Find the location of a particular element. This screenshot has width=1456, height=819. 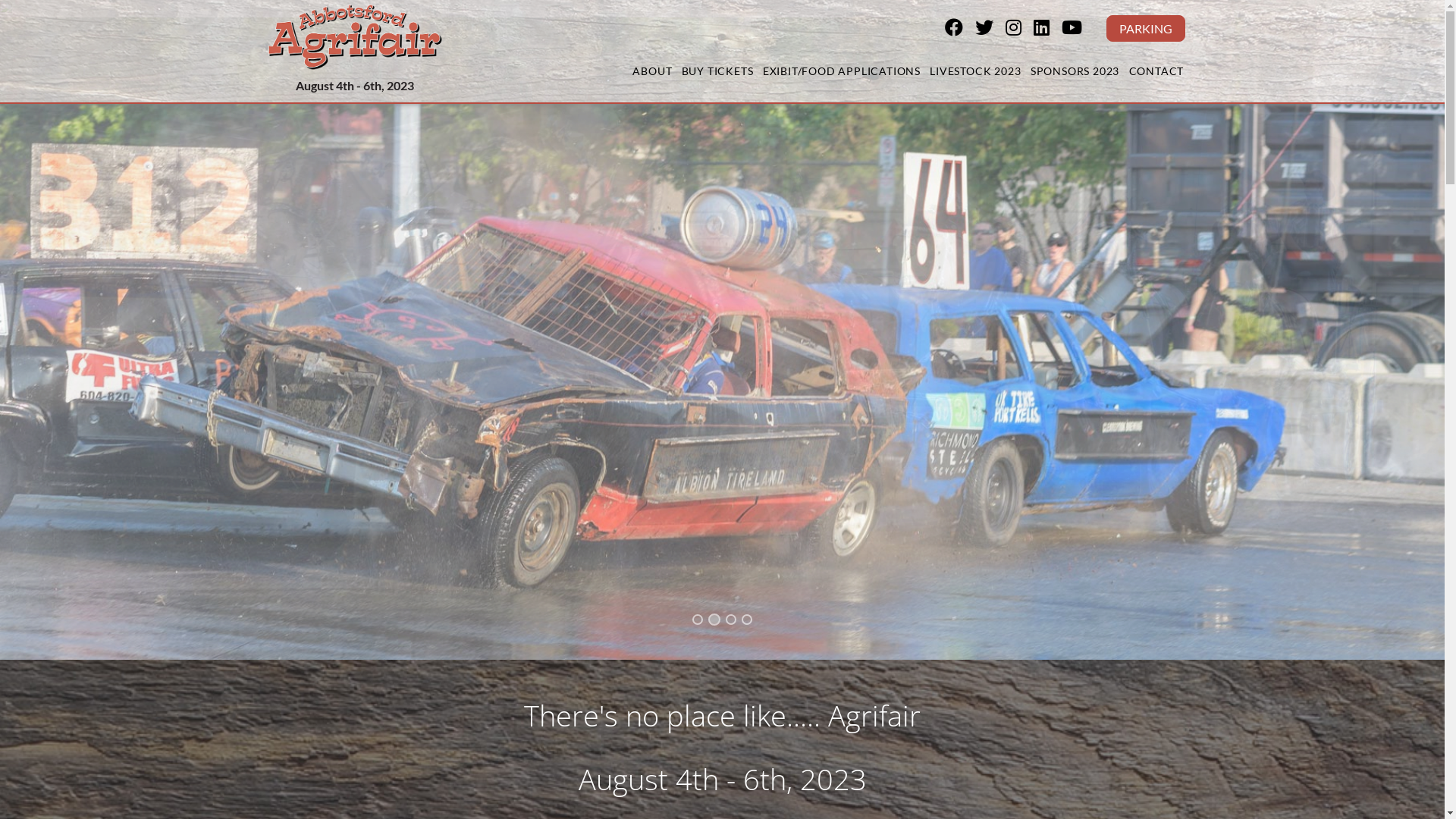

'Abbotsford Agrifair @ Facebook' is located at coordinates (959, 29).